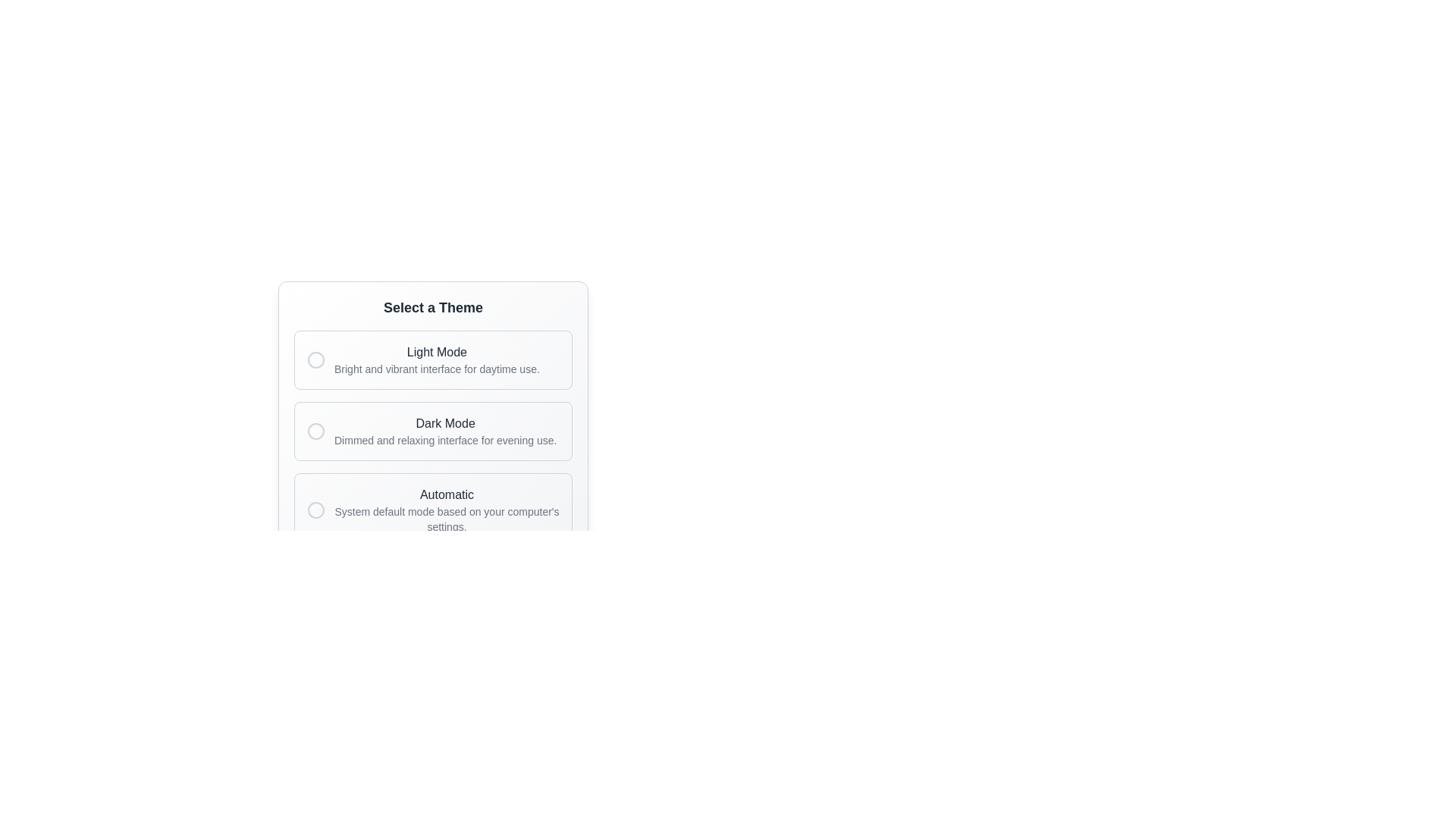 Image resolution: width=1456 pixels, height=819 pixels. What do you see at coordinates (446, 510) in the screenshot?
I see `the 'Automatic' theme text block located in the bottom card of the settings interface, which is directly below the 'Dark Mode' option` at bounding box center [446, 510].